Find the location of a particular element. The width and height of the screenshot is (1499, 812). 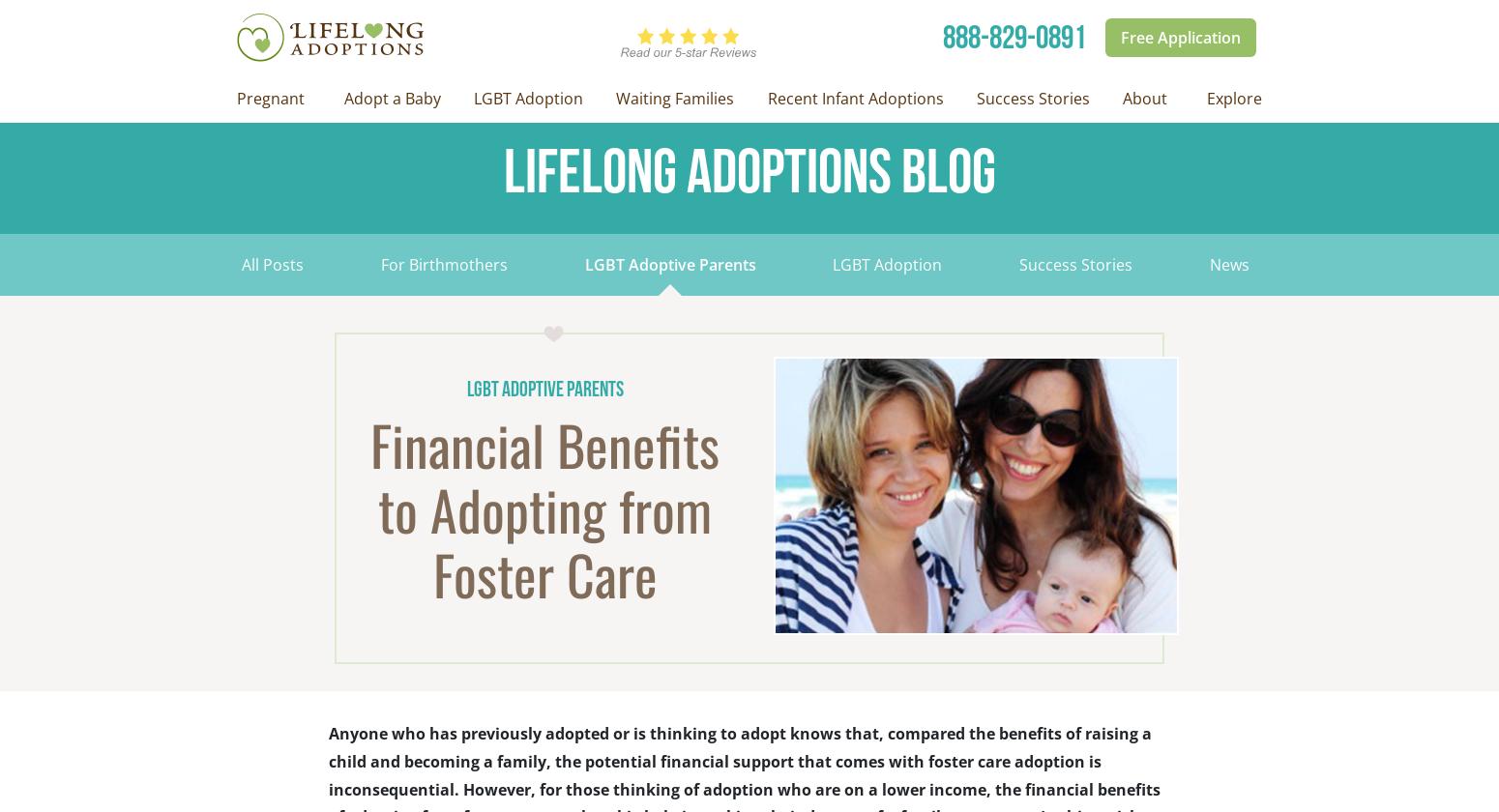

'Financial Benefits to Adopting from Foster Care' is located at coordinates (544, 508).